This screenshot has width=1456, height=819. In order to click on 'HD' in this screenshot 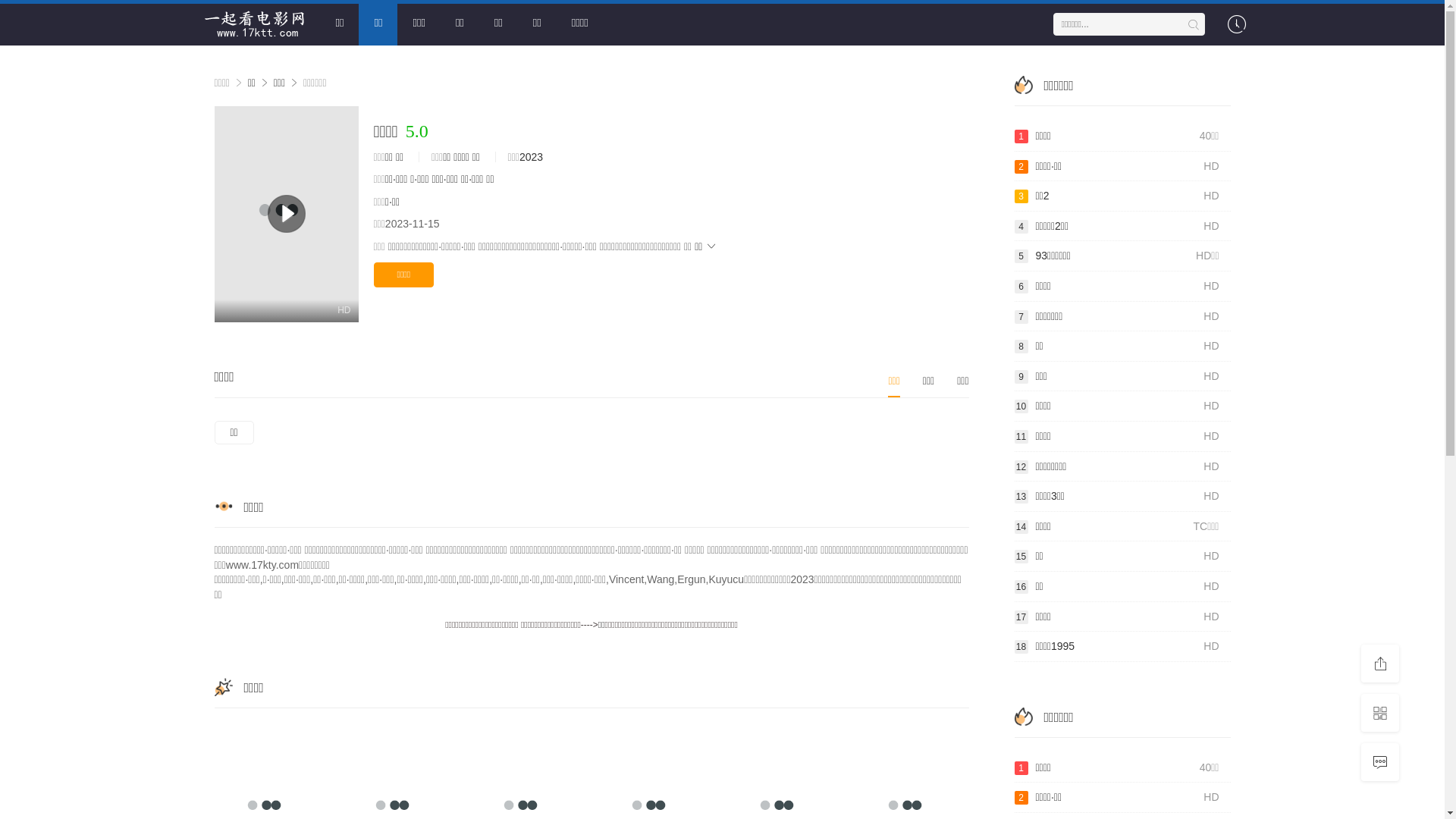, I will do `click(286, 214)`.